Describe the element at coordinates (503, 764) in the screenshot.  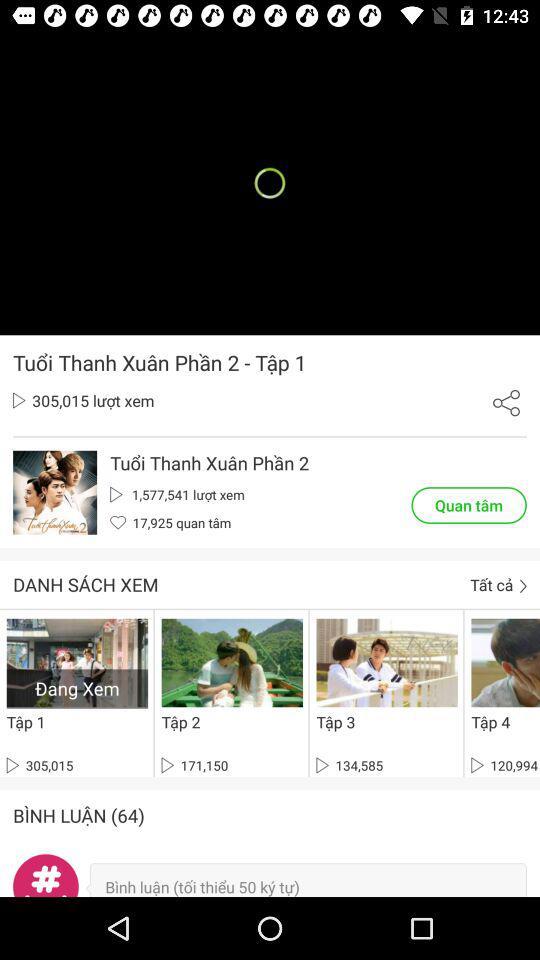
I see `120,994 icon` at that location.